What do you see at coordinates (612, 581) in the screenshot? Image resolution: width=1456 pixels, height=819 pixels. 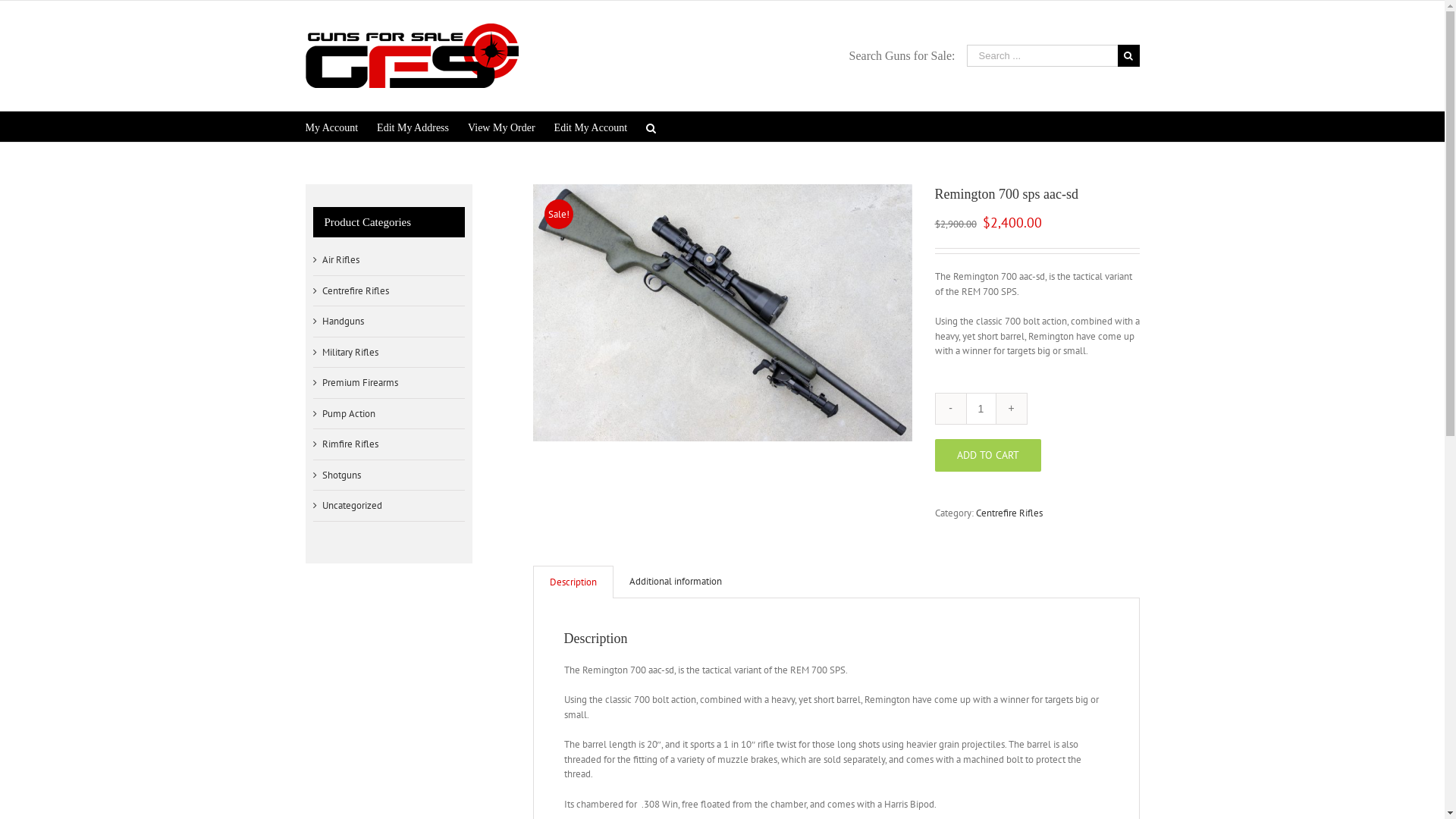 I see `'Additional information'` at bounding box center [612, 581].